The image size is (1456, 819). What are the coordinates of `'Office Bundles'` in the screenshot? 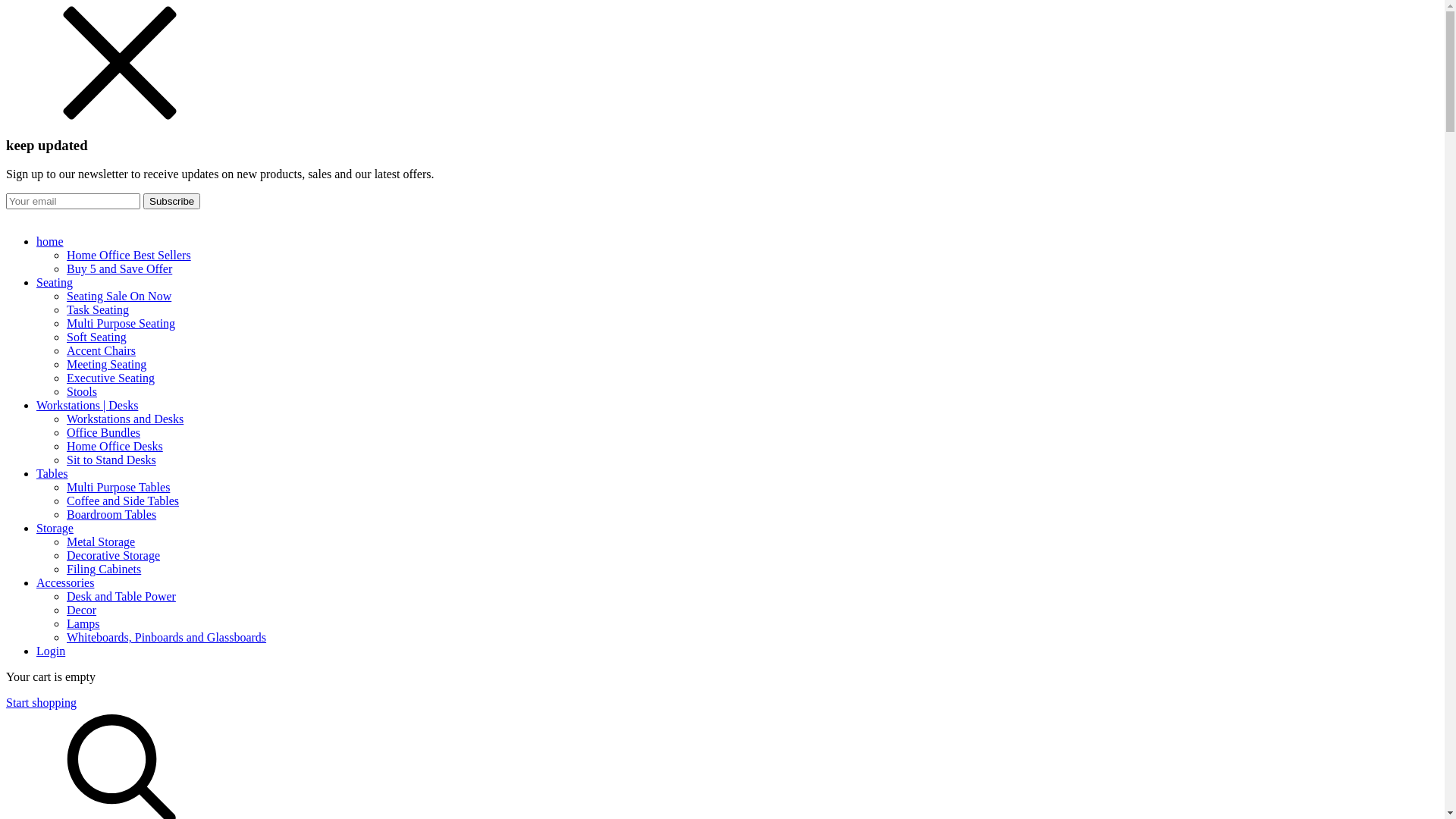 It's located at (102, 432).